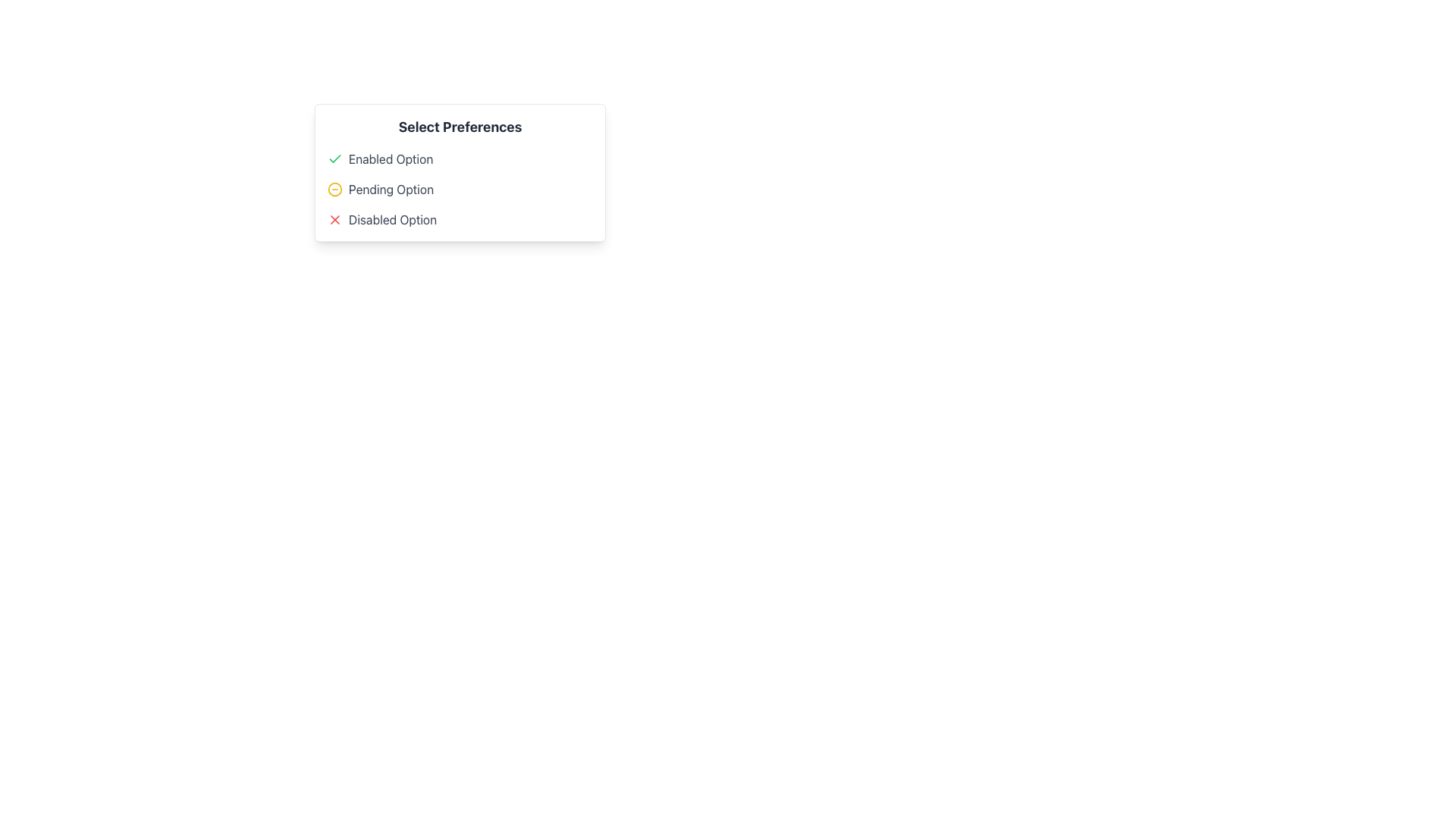 Image resolution: width=1456 pixels, height=819 pixels. What do you see at coordinates (391, 189) in the screenshot?
I see `the text label displaying 'Pending Option', which is styled in gray and positioned between 'Enabled Option' and 'Disabled Option' in the list under 'Select Preferences'` at bounding box center [391, 189].